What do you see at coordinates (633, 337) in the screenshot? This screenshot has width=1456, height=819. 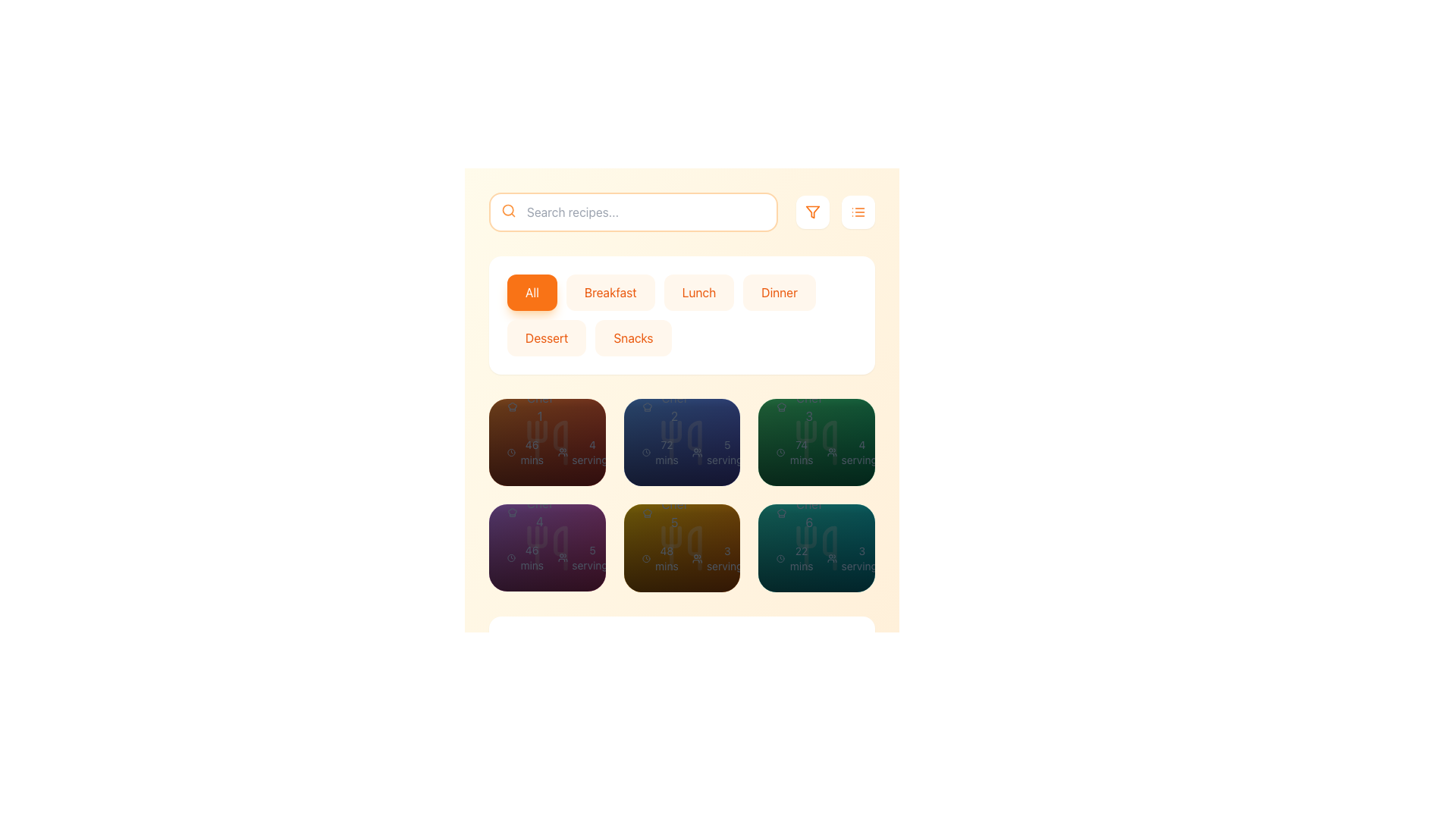 I see `the 'Snacks' filter button located in the second row, second column of the button group` at bounding box center [633, 337].